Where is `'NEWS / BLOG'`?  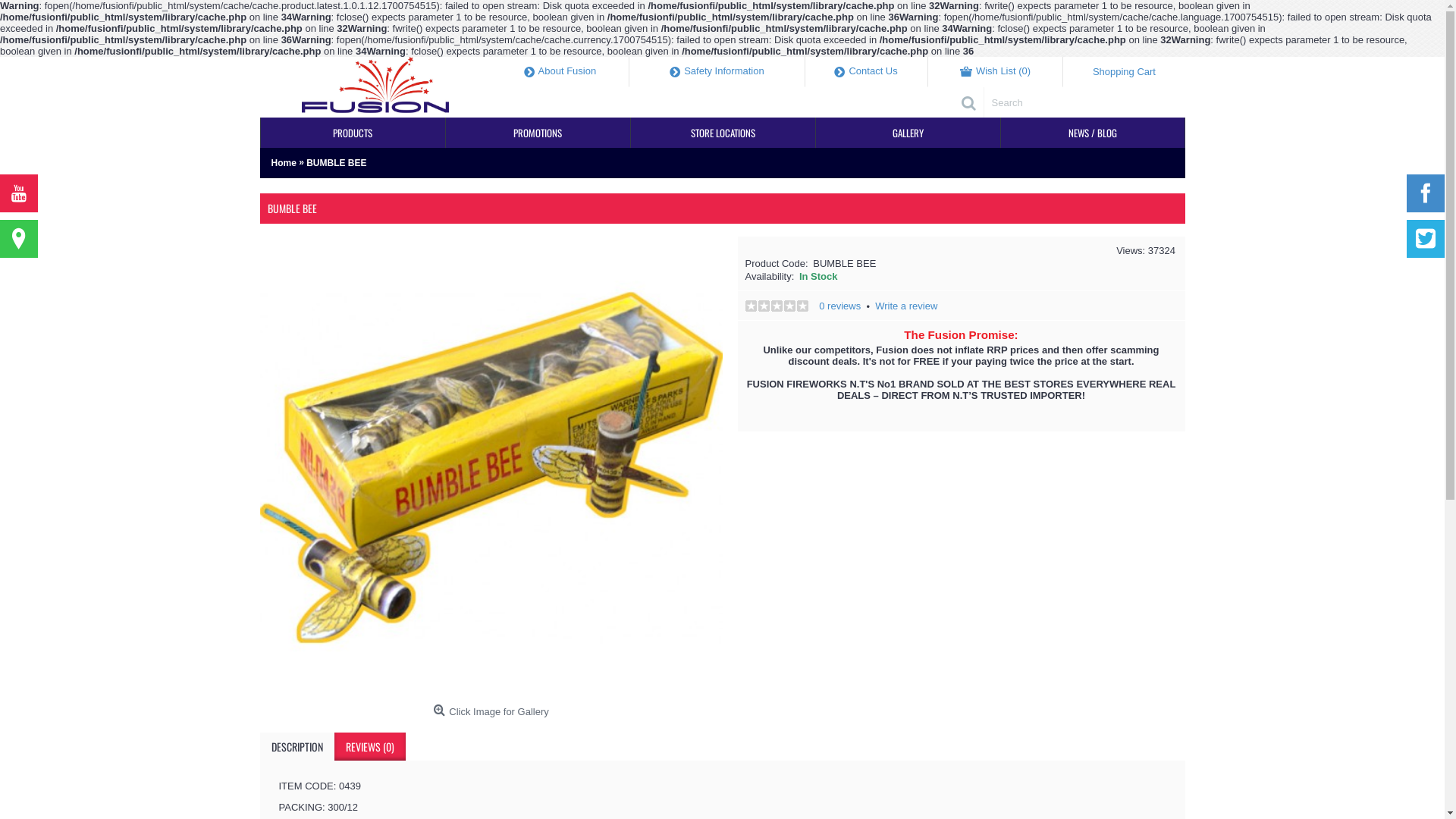 'NEWS / BLOG' is located at coordinates (1001, 131).